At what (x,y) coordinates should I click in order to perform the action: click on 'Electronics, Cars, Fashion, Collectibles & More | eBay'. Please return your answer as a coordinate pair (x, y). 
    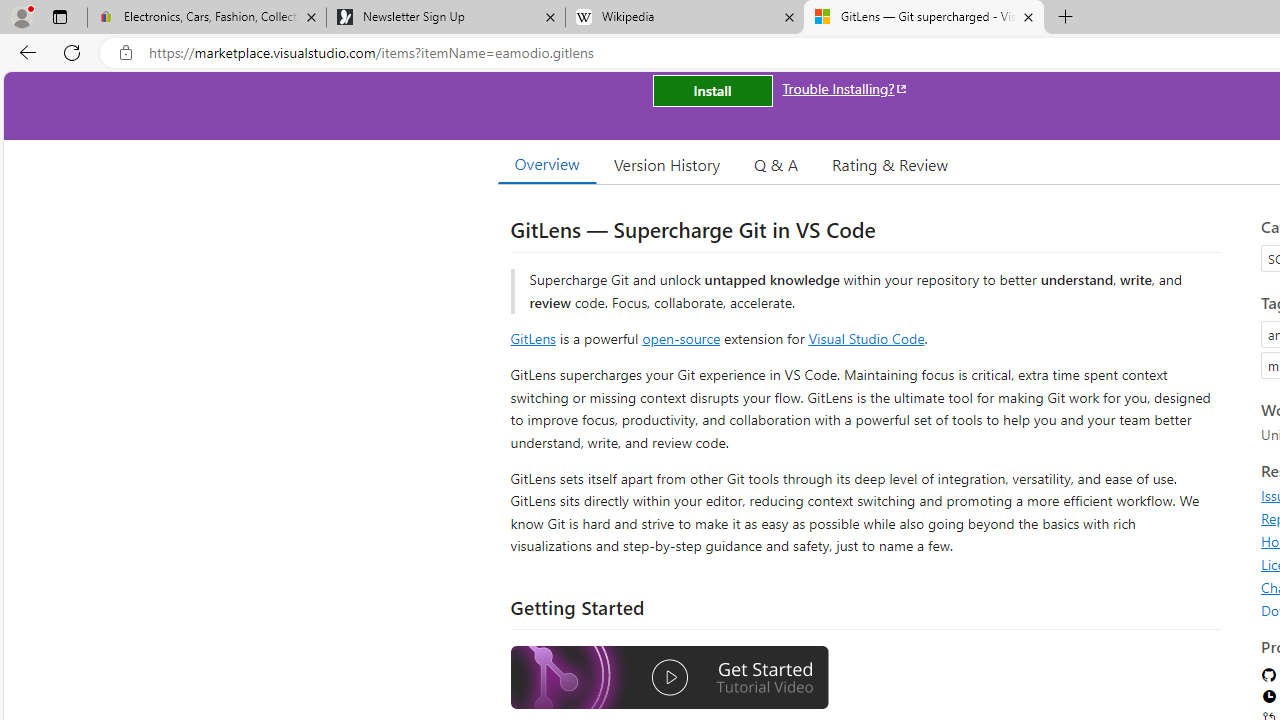
    Looking at the image, I should click on (207, 17).